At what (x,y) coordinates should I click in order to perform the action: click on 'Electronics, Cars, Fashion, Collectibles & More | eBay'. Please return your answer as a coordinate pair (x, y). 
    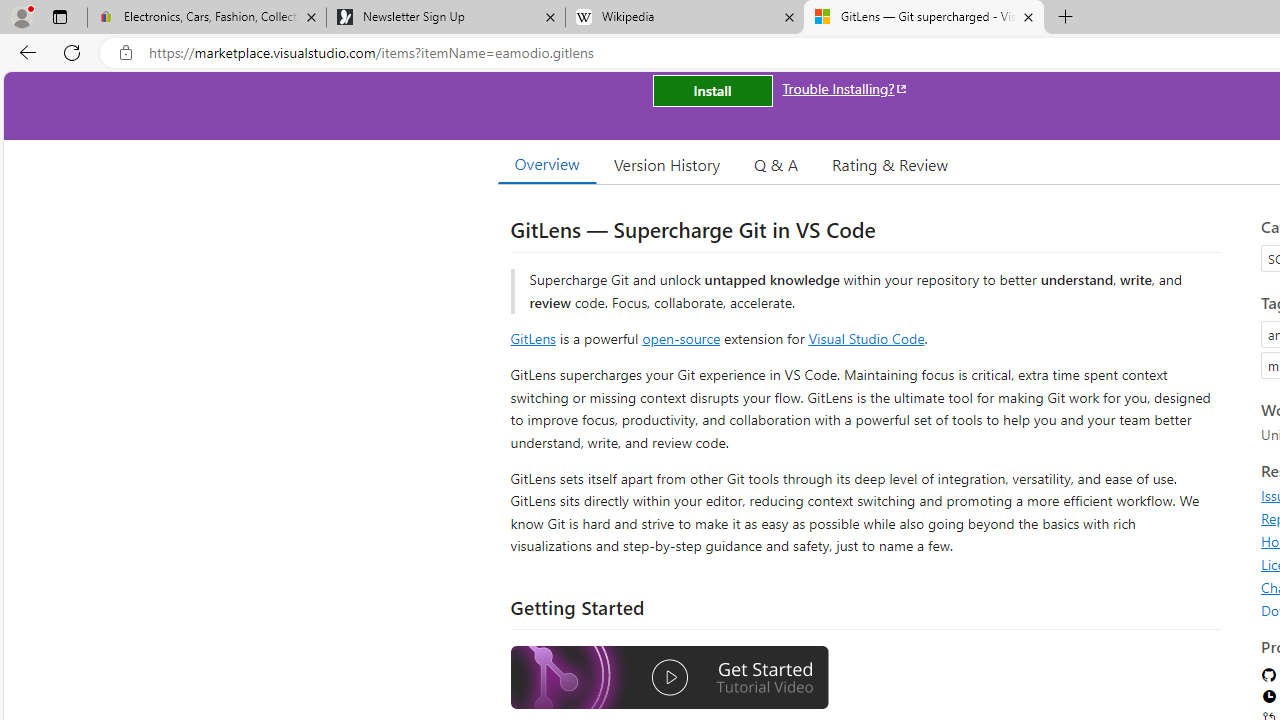
    Looking at the image, I should click on (207, 17).